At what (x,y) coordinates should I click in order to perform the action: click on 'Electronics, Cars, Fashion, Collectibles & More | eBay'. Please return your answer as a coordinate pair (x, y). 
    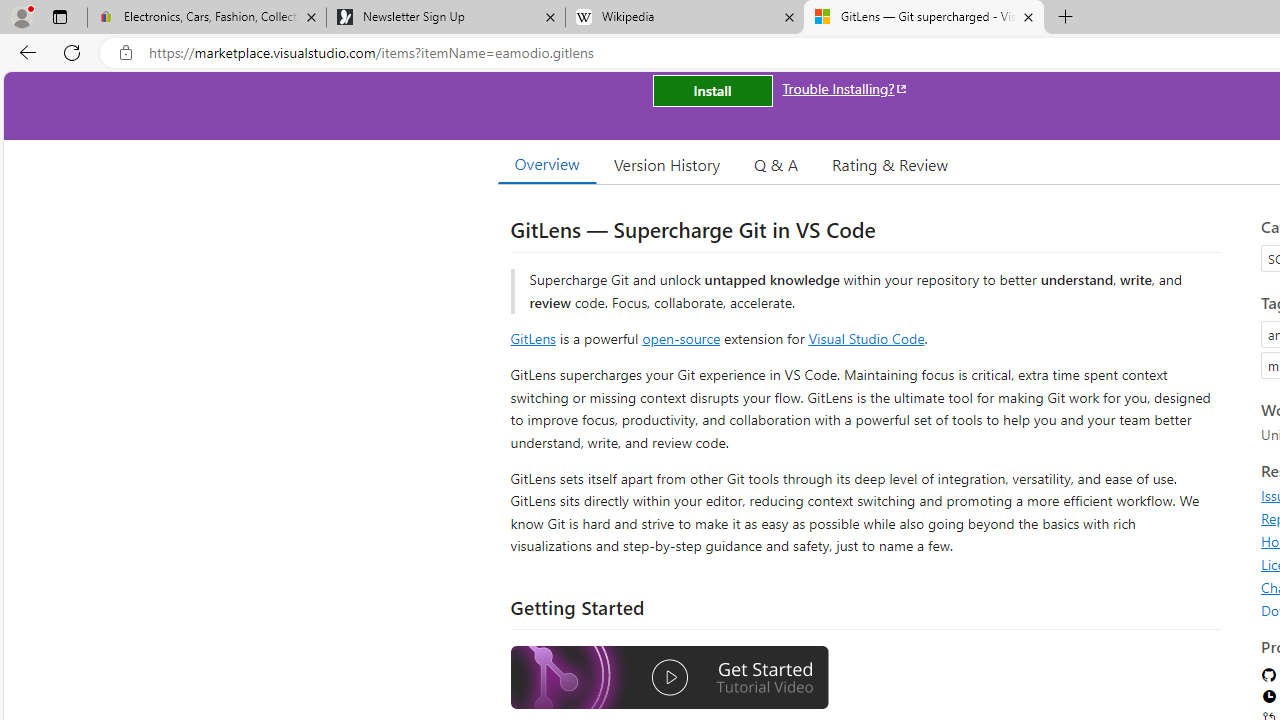
    Looking at the image, I should click on (207, 17).